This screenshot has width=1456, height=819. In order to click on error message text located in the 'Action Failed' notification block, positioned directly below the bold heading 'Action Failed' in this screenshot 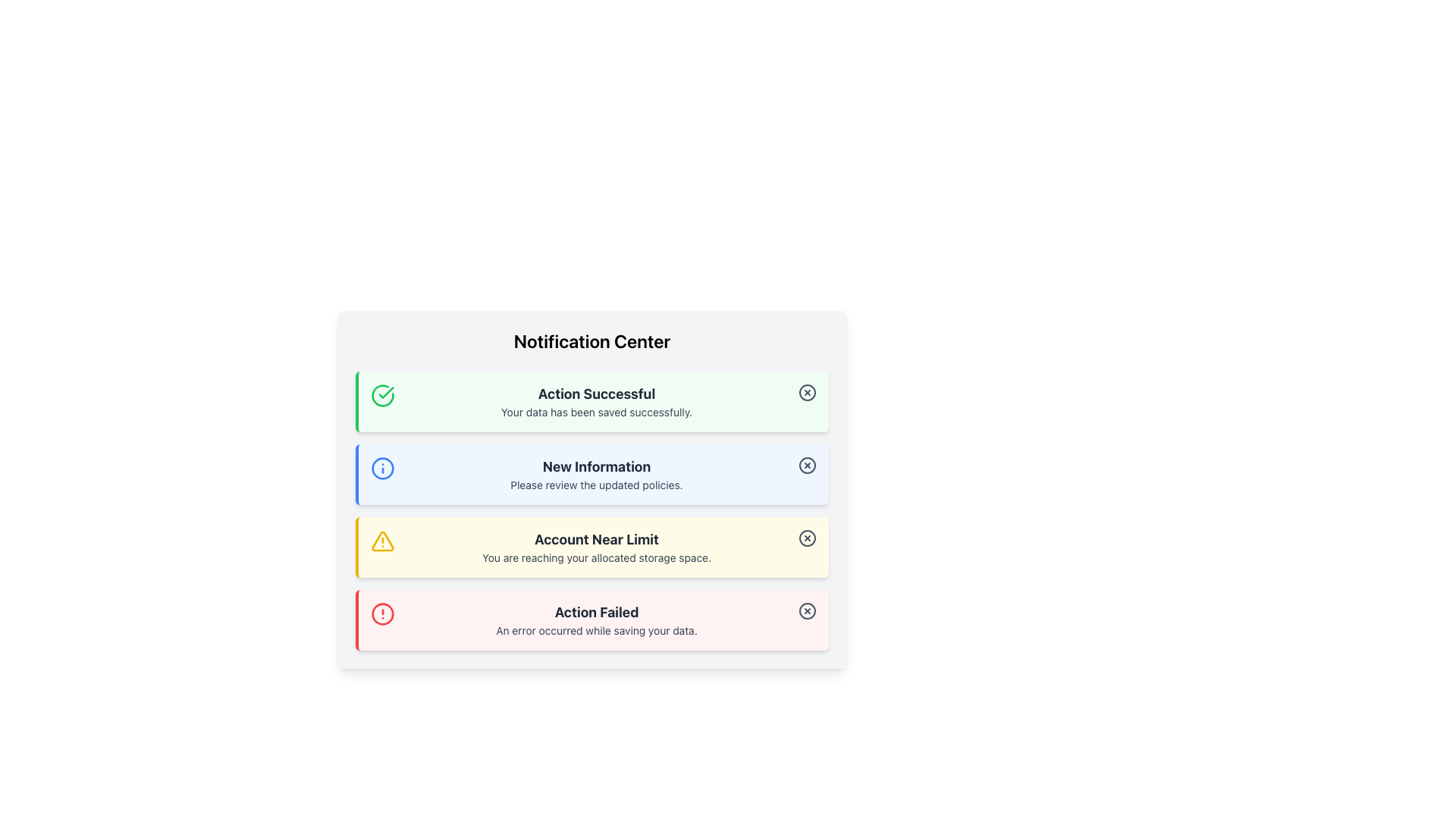, I will do `click(596, 631)`.